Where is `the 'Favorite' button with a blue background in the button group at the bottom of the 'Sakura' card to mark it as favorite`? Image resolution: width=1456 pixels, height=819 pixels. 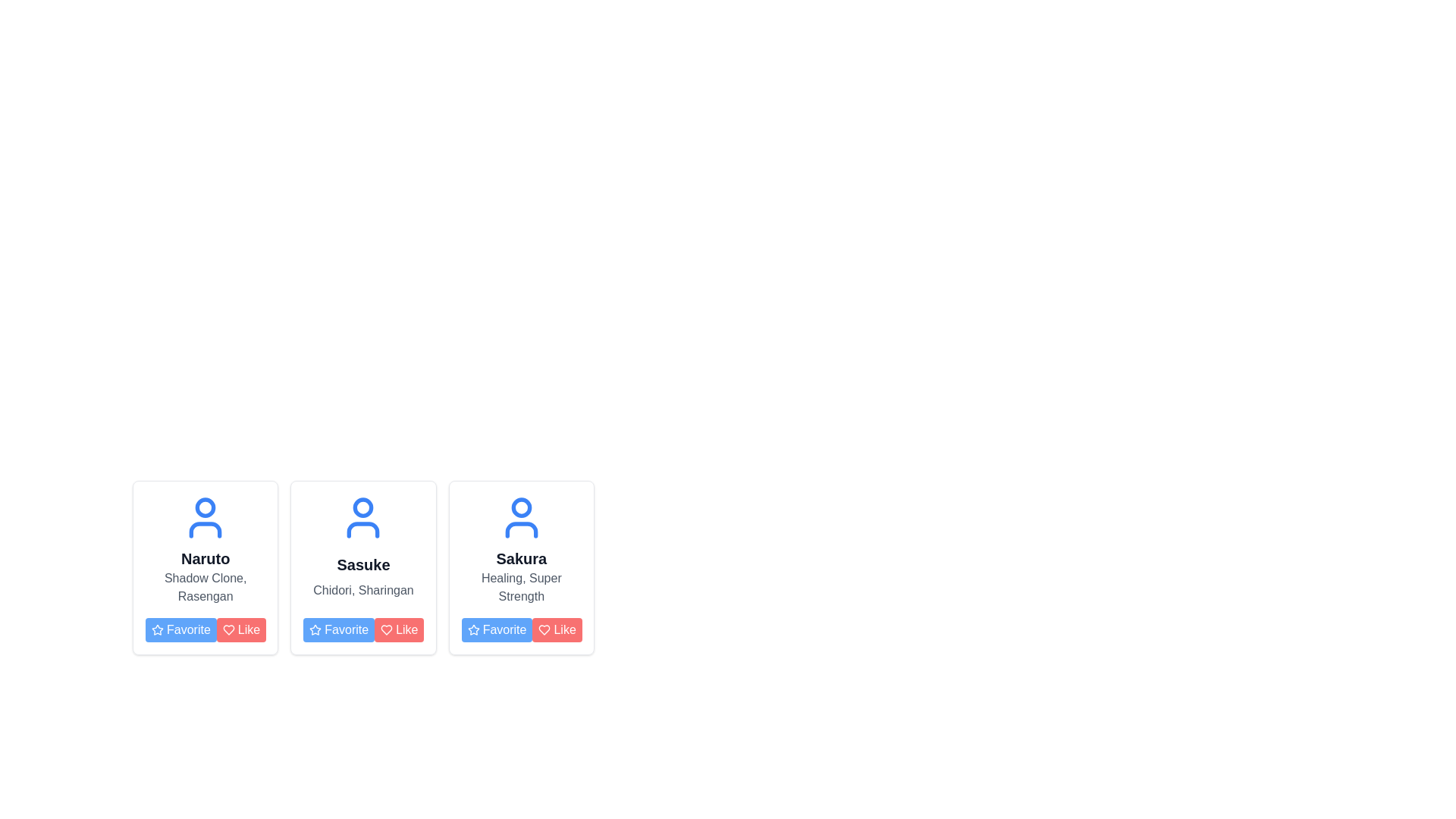 the 'Favorite' button with a blue background in the button group at the bottom of the 'Sakura' card to mark it as favorite is located at coordinates (521, 629).